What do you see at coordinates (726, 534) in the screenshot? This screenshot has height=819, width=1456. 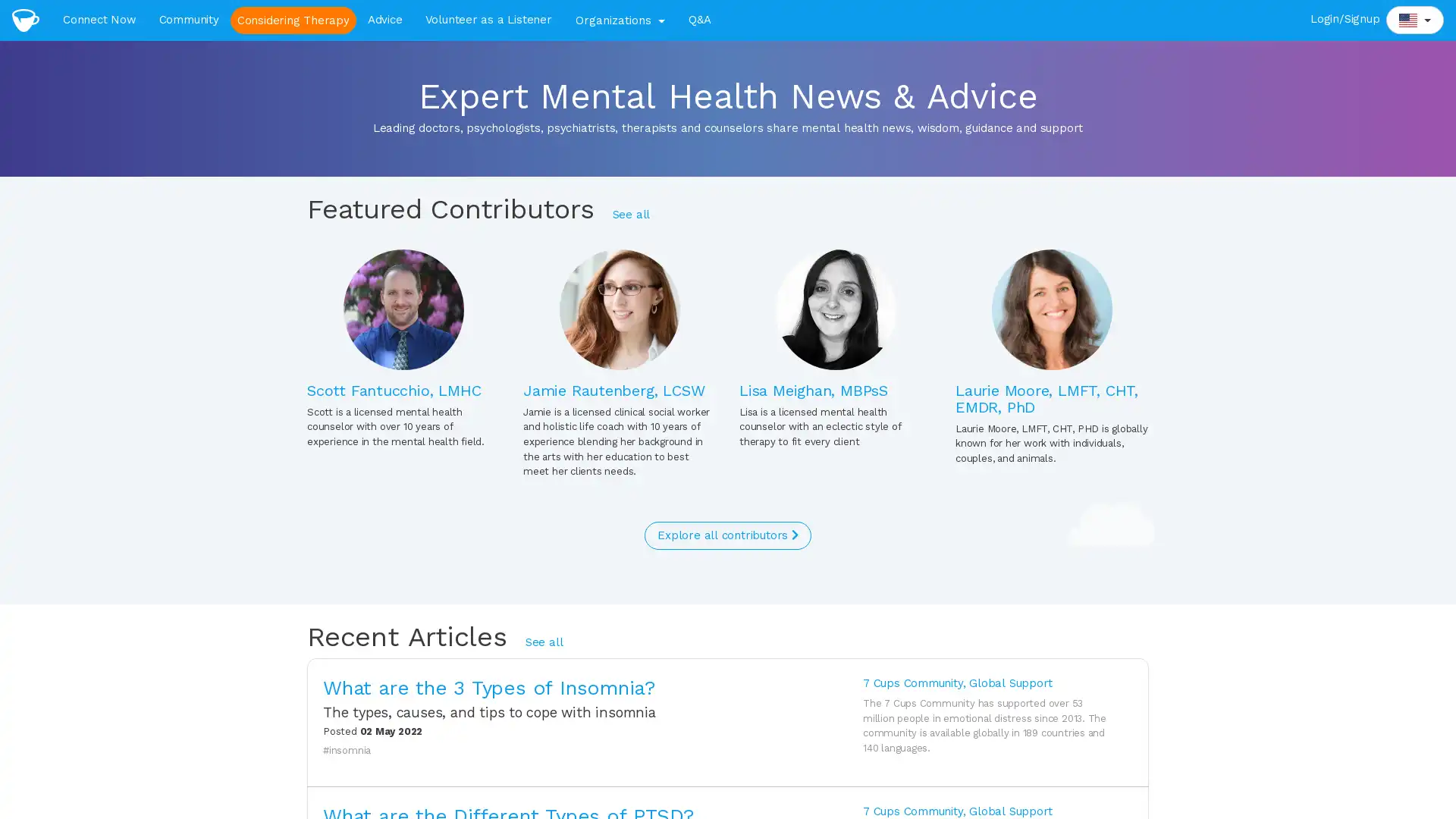 I see `Explore all contributors` at bounding box center [726, 534].